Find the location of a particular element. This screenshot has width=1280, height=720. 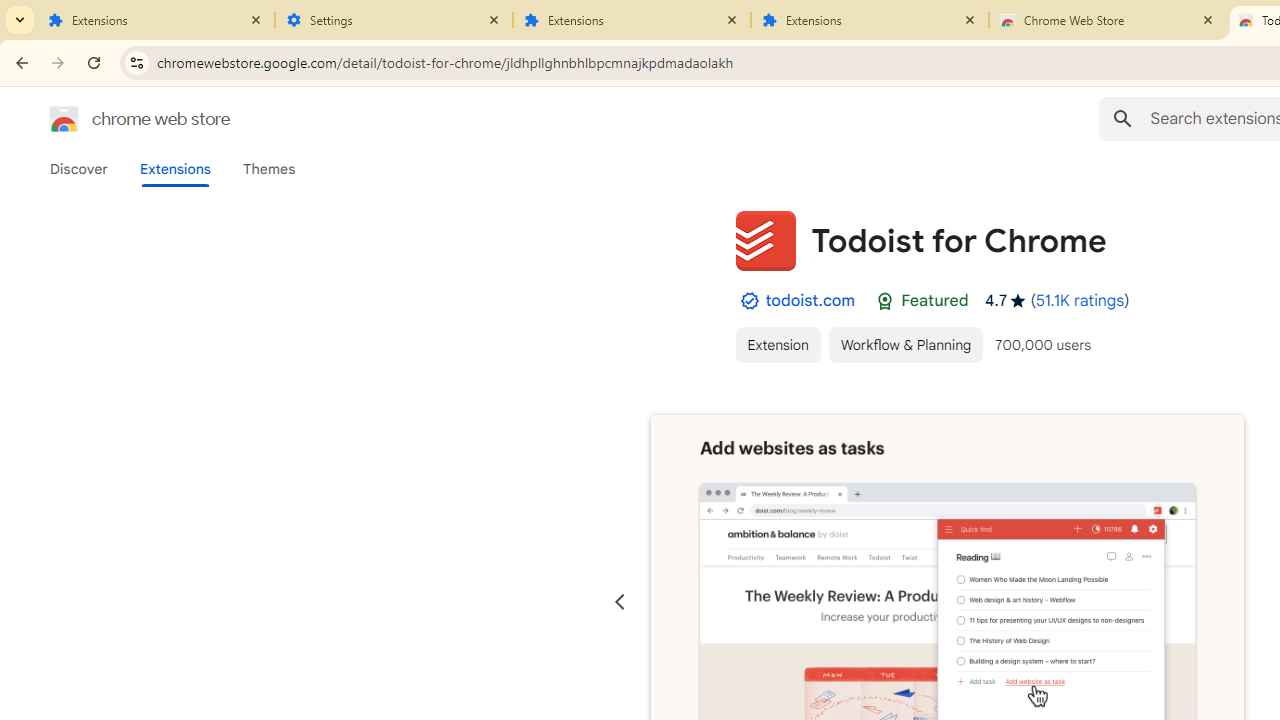

'Previous slide' is located at coordinates (618, 601).